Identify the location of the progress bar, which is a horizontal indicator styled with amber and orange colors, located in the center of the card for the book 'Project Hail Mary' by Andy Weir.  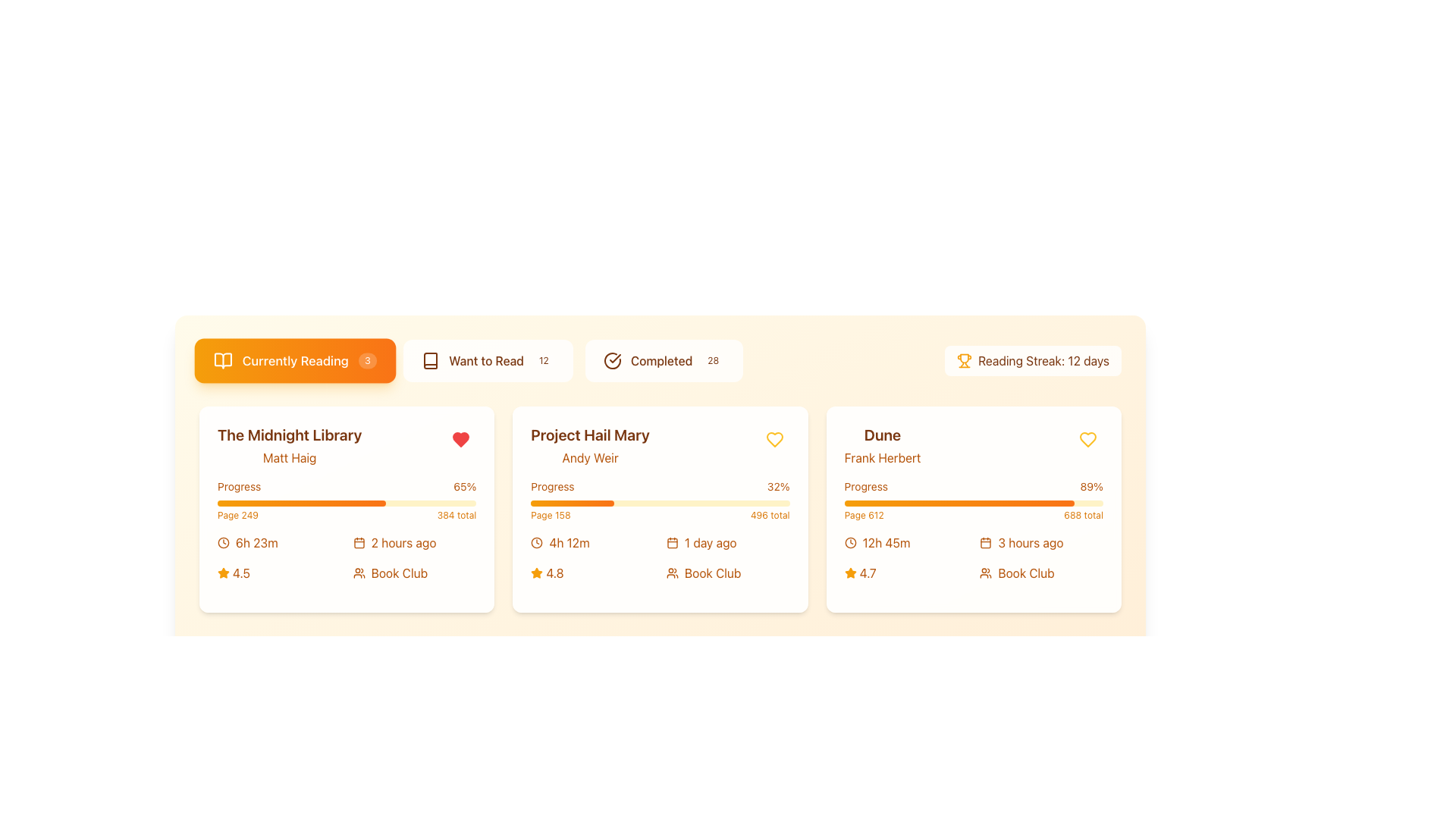
(660, 500).